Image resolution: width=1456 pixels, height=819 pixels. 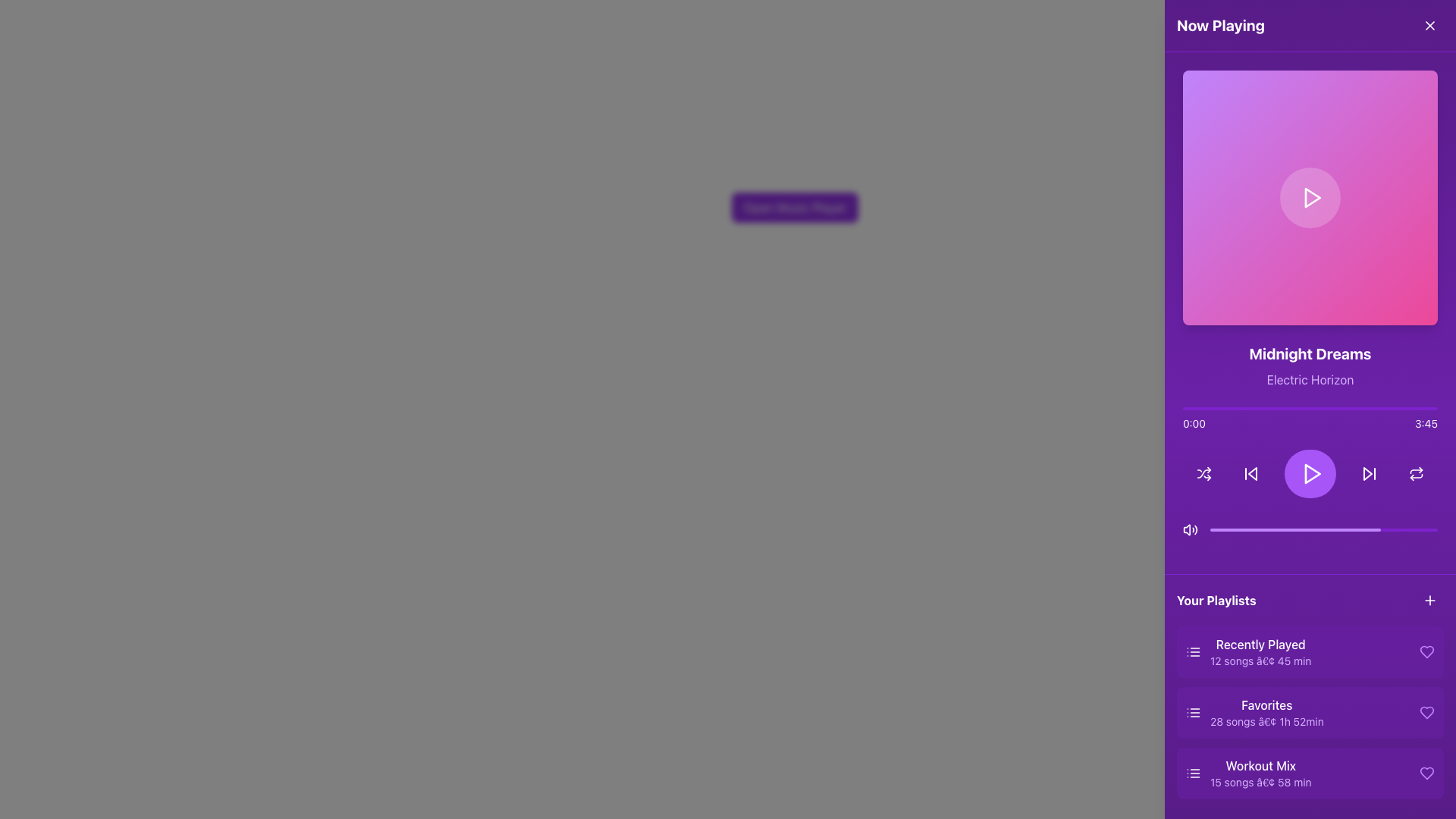 What do you see at coordinates (1310, 419) in the screenshot?
I see `time labels of the progress bar located below the title 'Midnight Dreams' and subtitle 'Electric Horizon', just above the playback controls in the 'Now Playing' panel` at bounding box center [1310, 419].